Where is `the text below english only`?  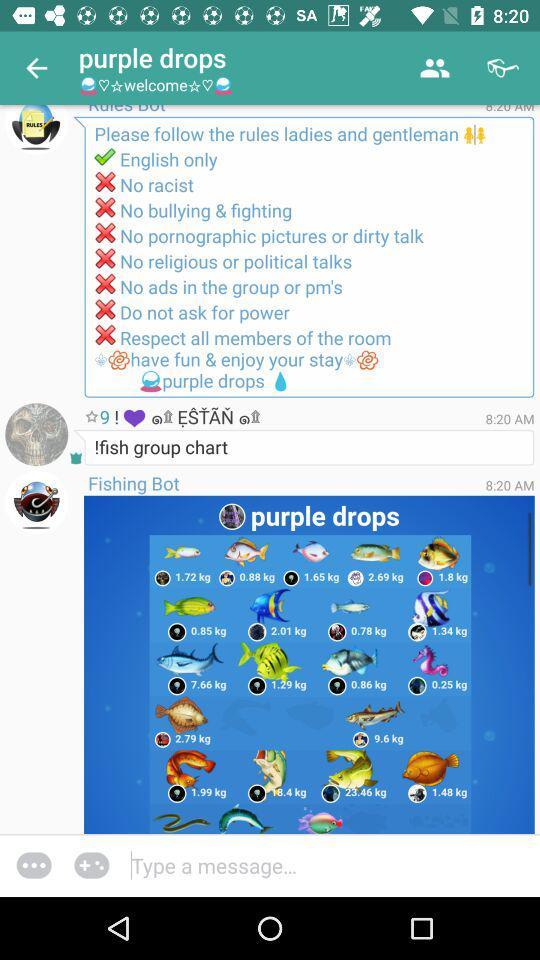 the text below english only is located at coordinates (309, 304).